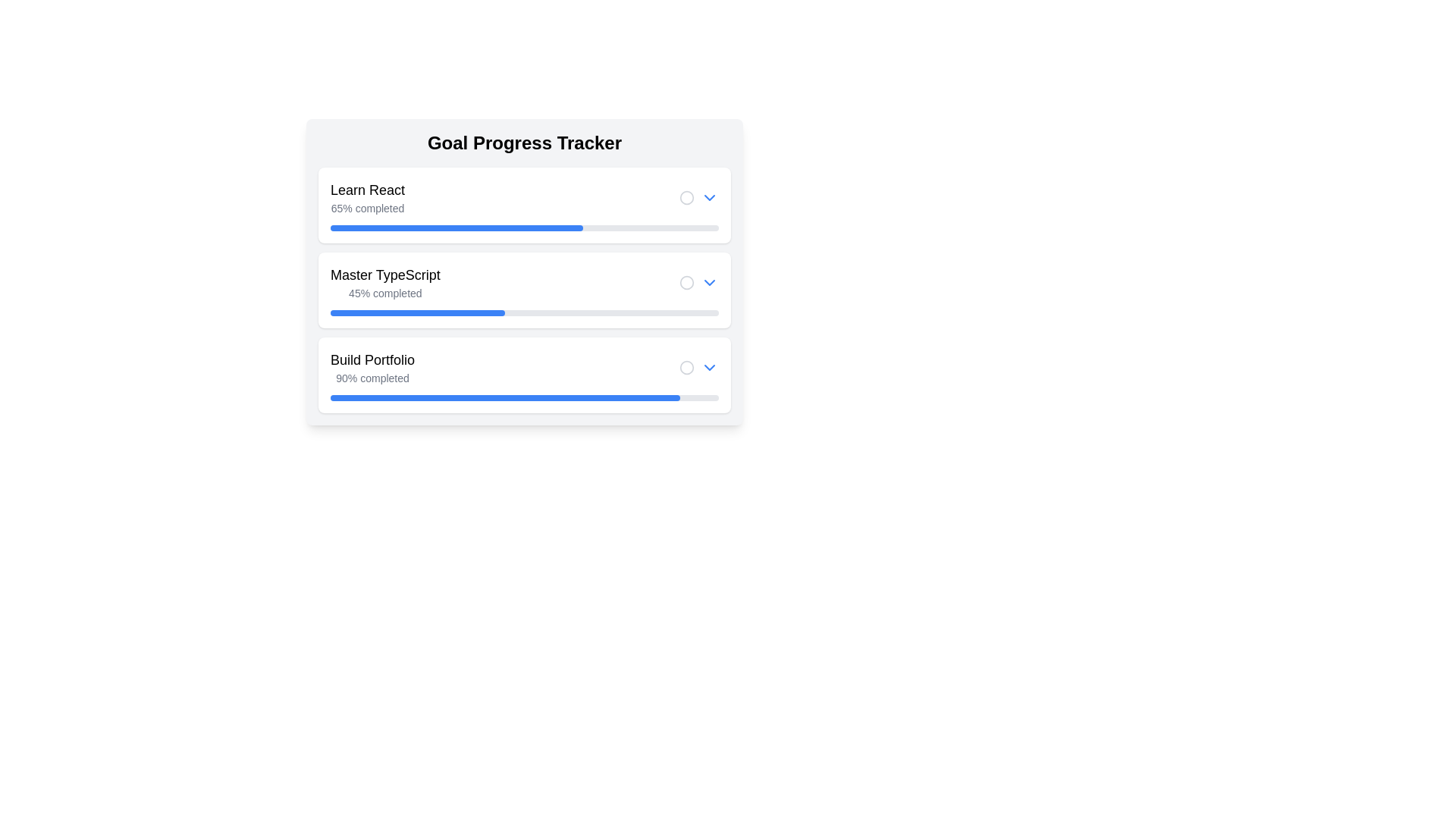 The width and height of the screenshot is (1456, 819). What do you see at coordinates (524, 375) in the screenshot?
I see `the card titled 'Build Portfolio'` at bounding box center [524, 375].